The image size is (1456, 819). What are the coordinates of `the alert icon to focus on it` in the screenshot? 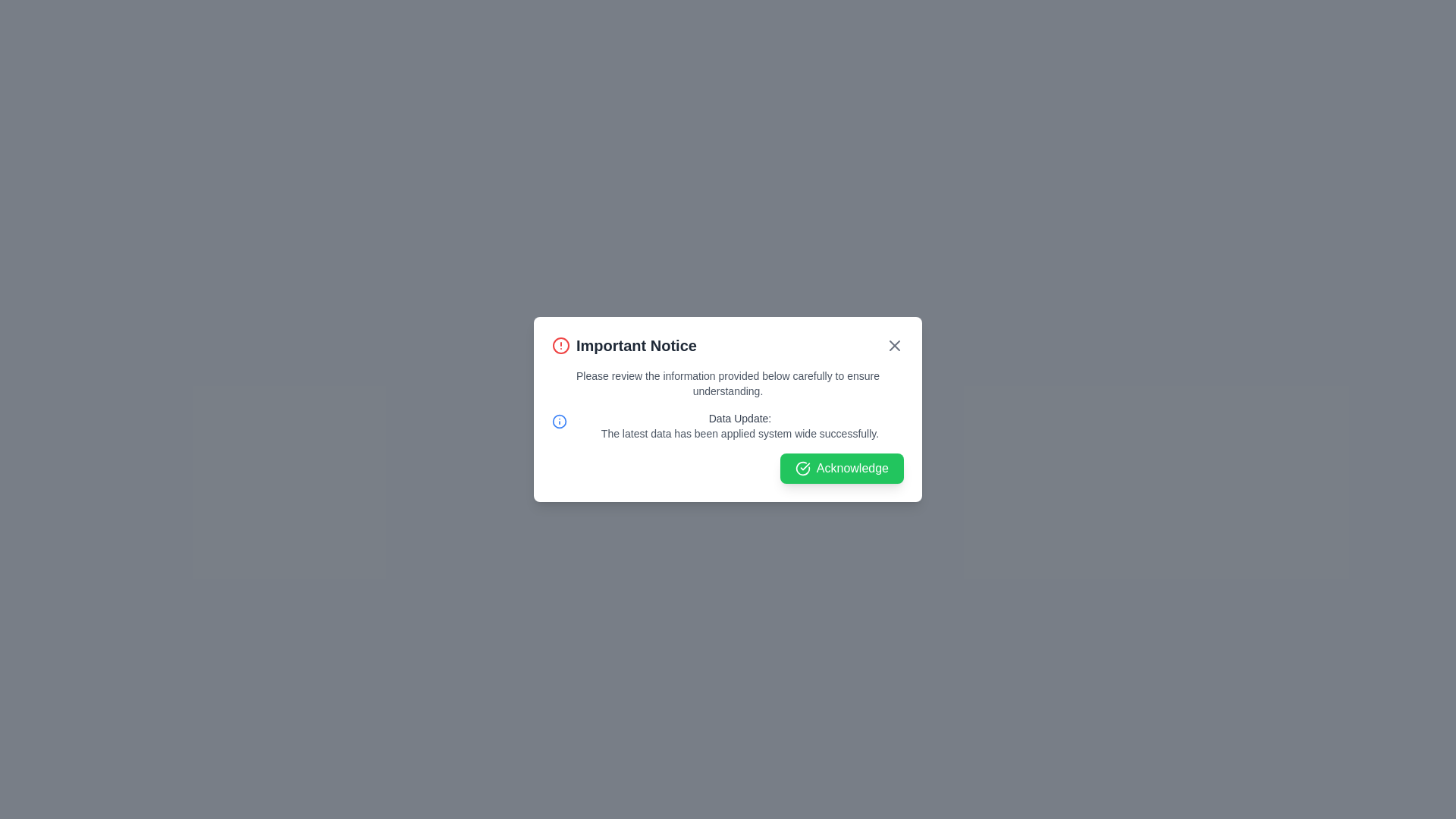 It's located at (560, 345).